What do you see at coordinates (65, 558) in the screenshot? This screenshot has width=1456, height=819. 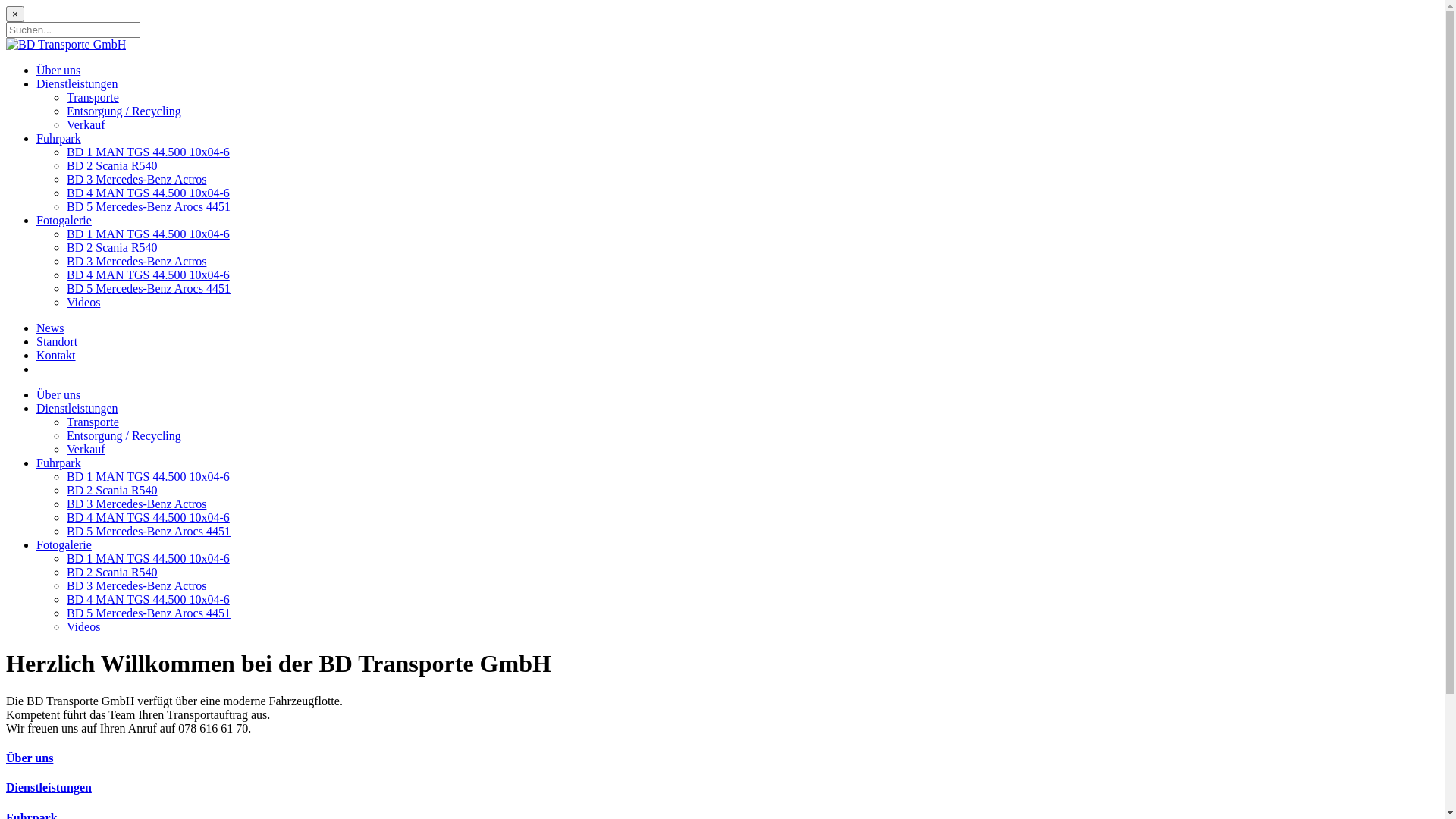 I see `'BD 1 MAN TGS 44.500 10x04-6'` at bounding box center [65, 558].